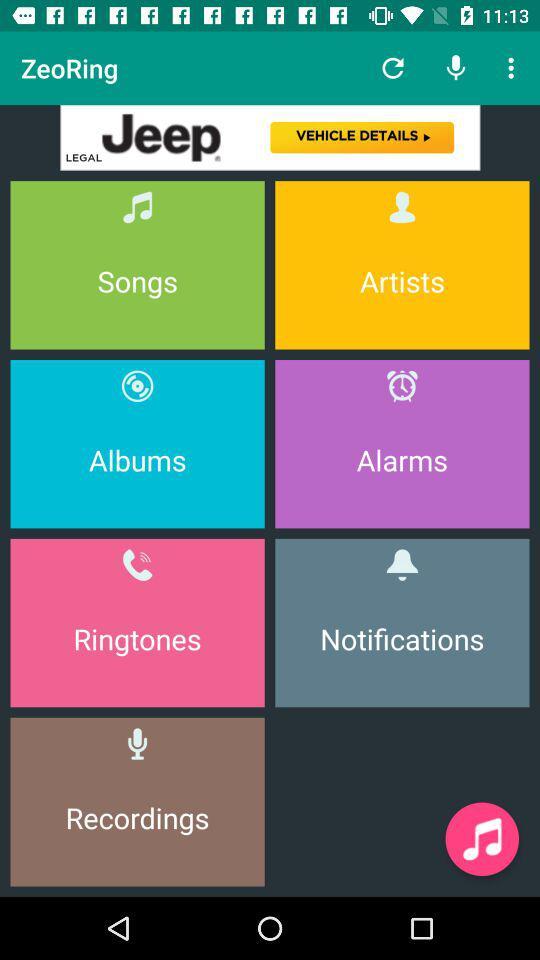 This screenshot has width=540, height=960. I want to click on the button below alarms, so click(402, 622).